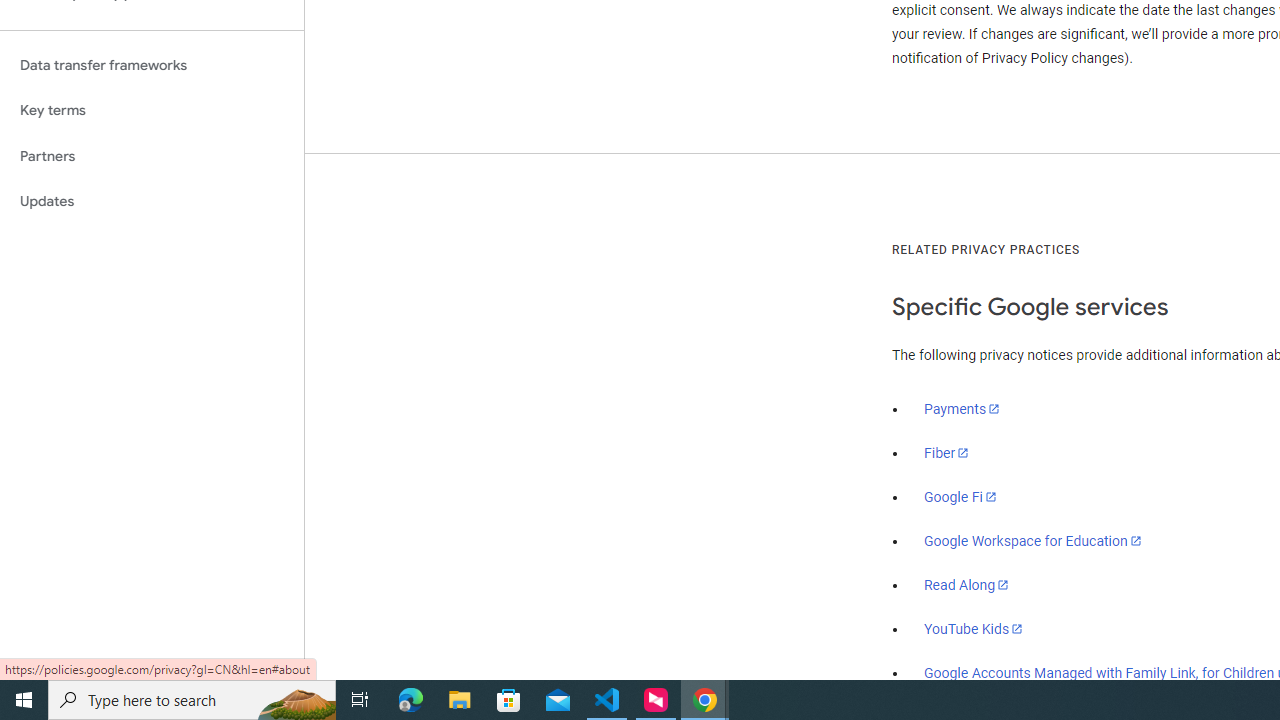 This screenshot has width=1280, height=720. I want to click on 'Data transfer frameworks', so click(151, 64).